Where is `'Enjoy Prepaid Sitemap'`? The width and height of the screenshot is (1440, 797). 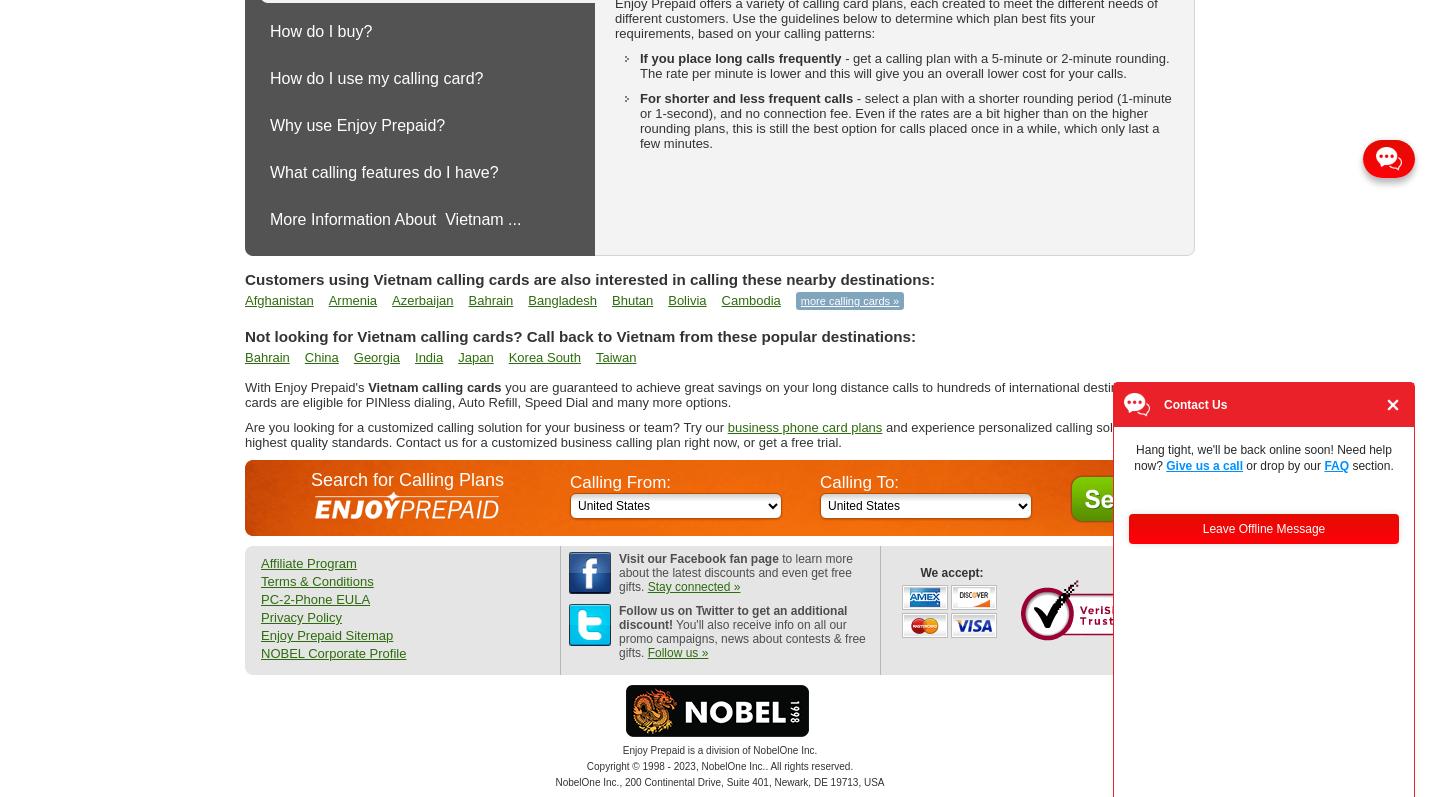 'Enjoy Prepaid Sitemap' is located at coordinates (327, 634).